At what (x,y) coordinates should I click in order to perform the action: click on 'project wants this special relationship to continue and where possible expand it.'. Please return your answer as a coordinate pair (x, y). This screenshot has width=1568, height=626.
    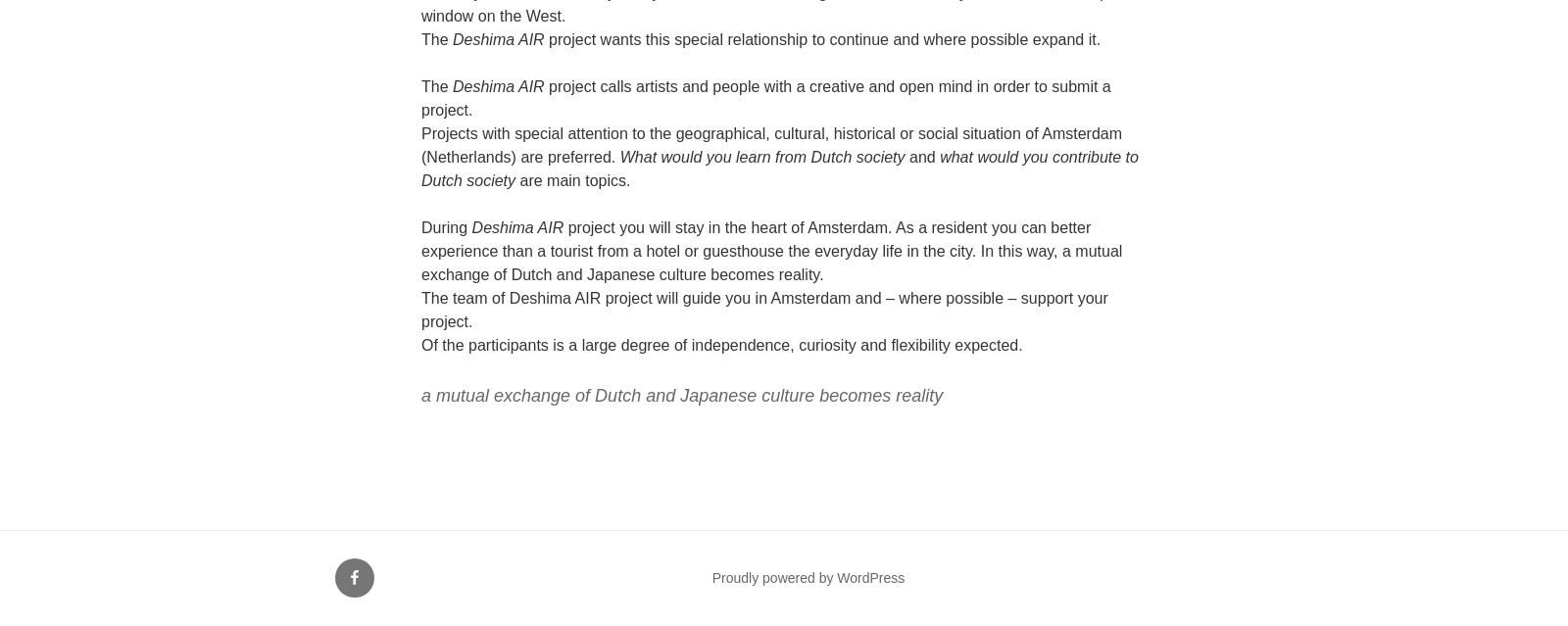
    Looking at the image, I should click on (543, 39).